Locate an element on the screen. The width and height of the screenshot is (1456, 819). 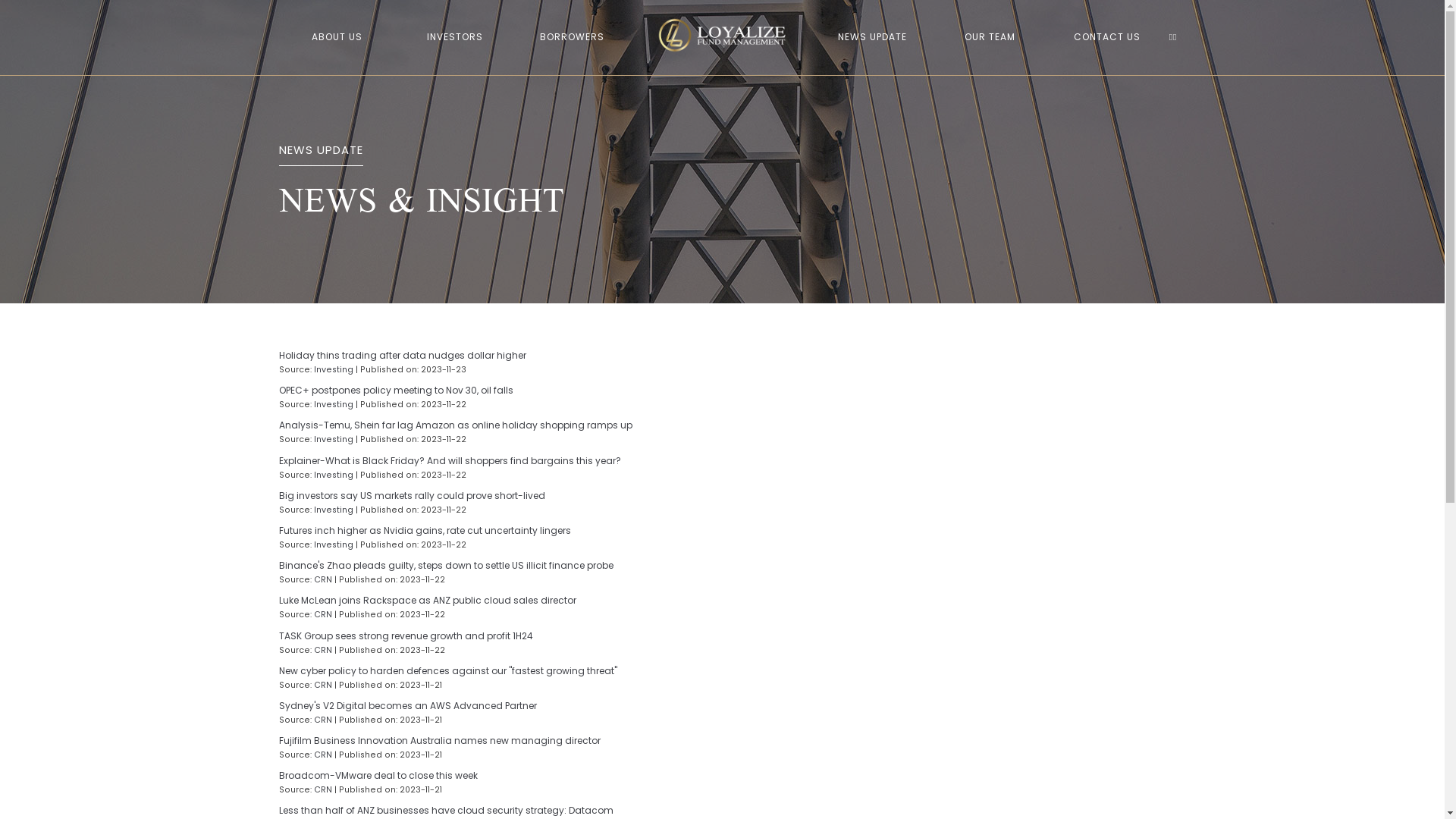
'INVESTORS' is located at coordinates (425, 36).